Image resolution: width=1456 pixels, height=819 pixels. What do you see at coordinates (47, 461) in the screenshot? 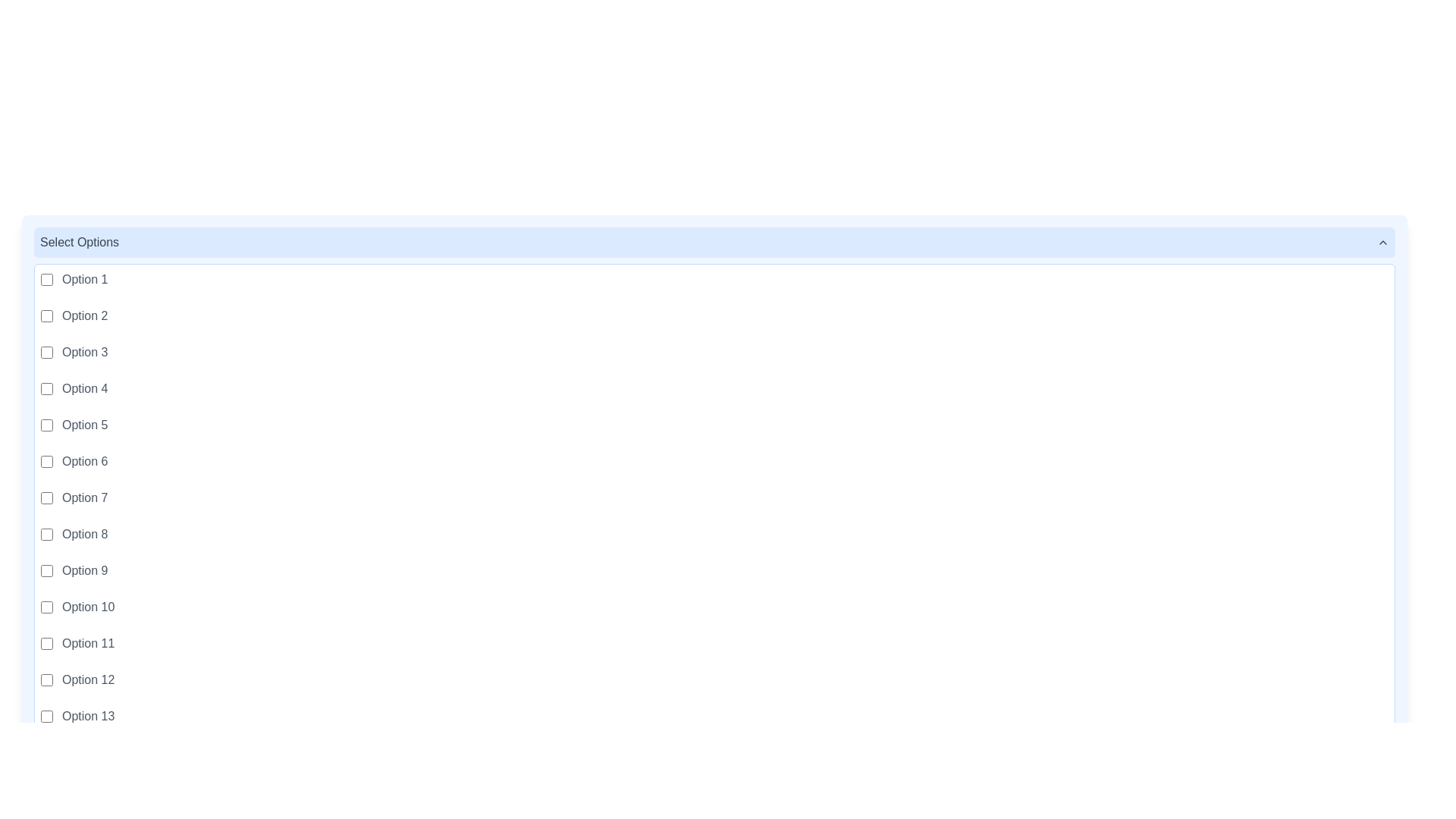
I see `the checkbox for 'Option 6' to allow user interaction via keyboard` at bounding box center [47, 461].